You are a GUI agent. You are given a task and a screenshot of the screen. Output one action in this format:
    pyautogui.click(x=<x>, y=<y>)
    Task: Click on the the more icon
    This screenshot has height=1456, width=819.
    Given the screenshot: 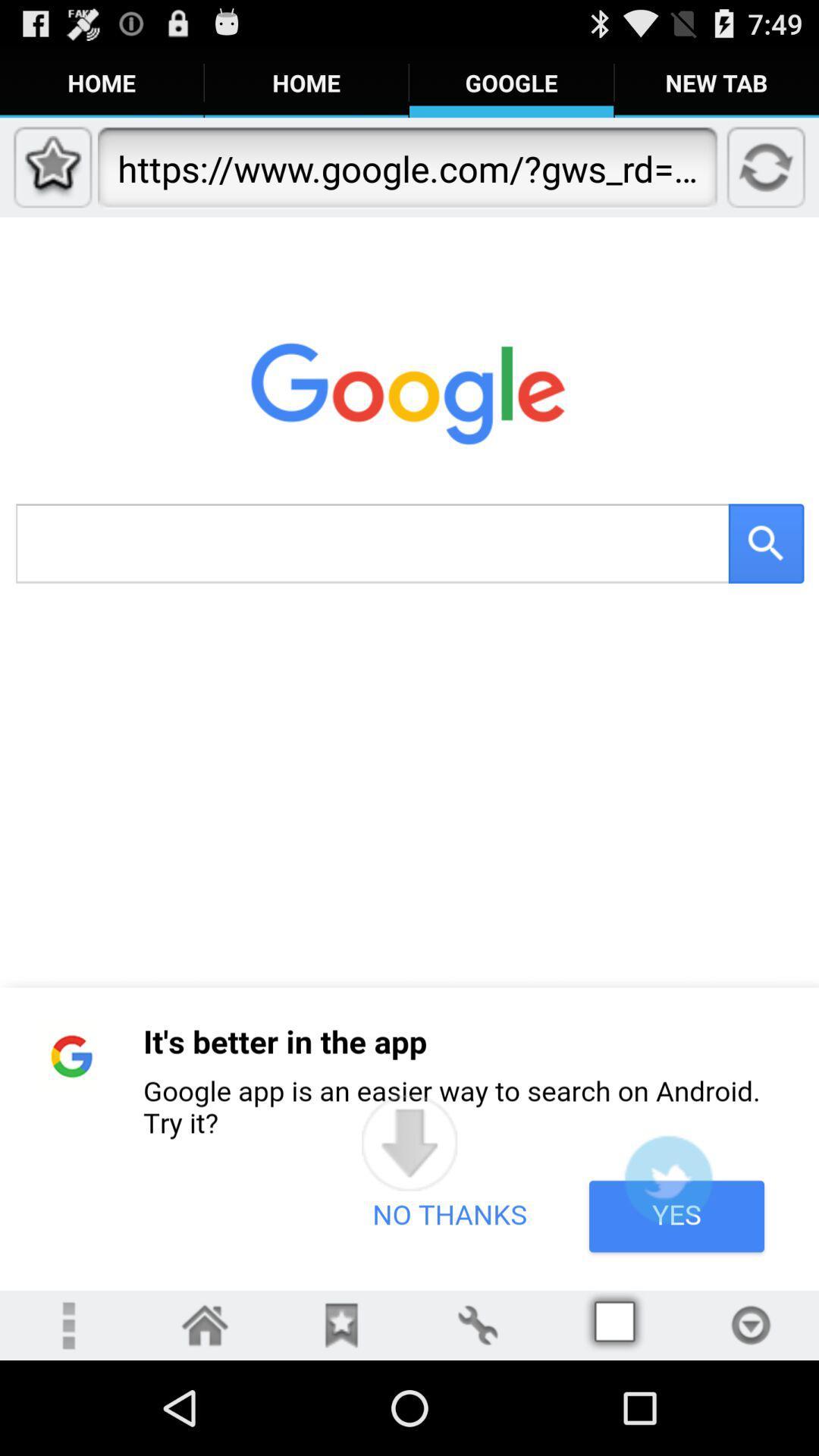 What is the action you would take?
    pyautogui.click(x=67, y=1417)
    